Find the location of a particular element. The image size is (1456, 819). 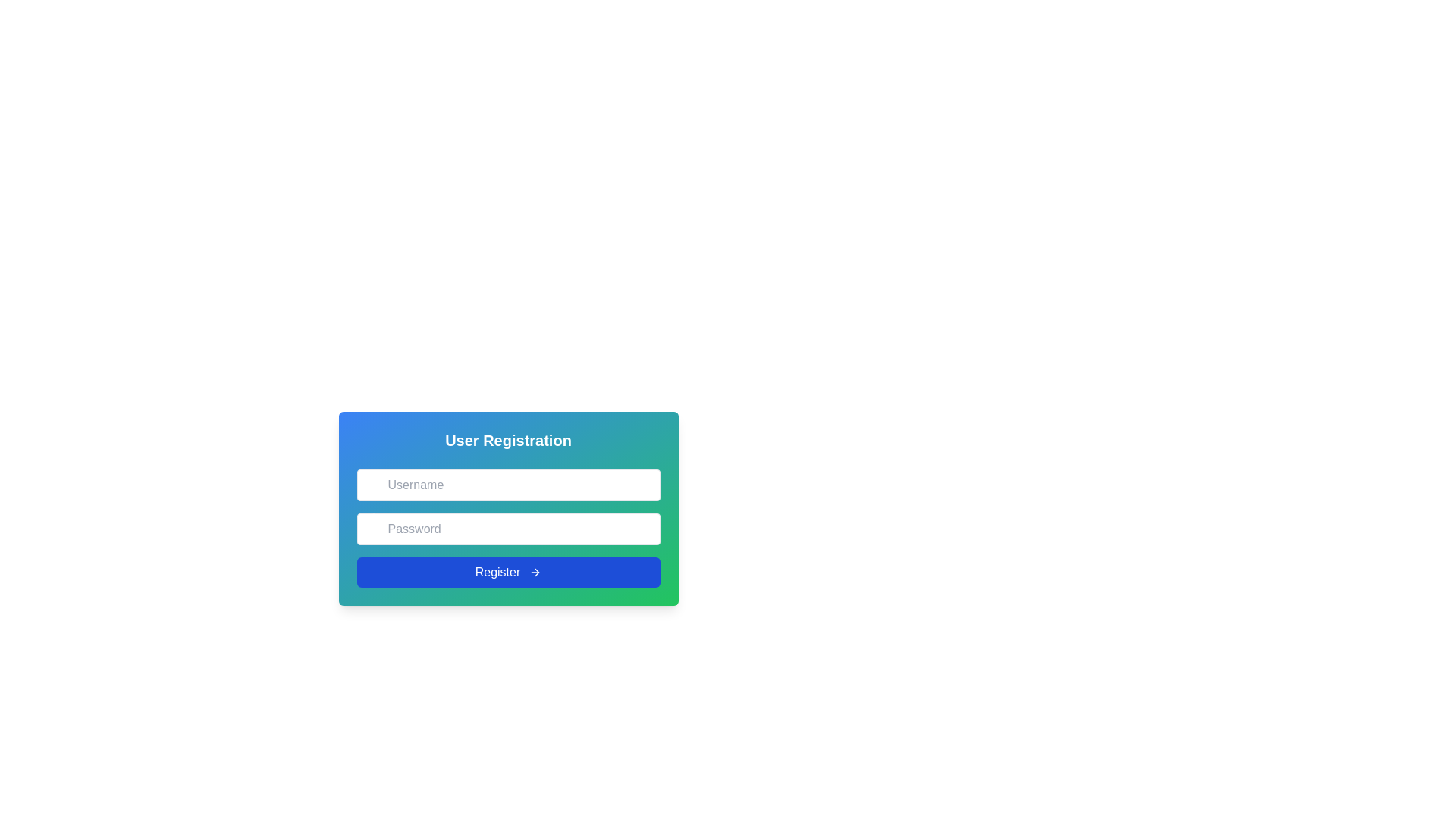

the submit button located below the input fields for 'Username' and 'Password' in the user registration form is located at coordinates (508, 573).